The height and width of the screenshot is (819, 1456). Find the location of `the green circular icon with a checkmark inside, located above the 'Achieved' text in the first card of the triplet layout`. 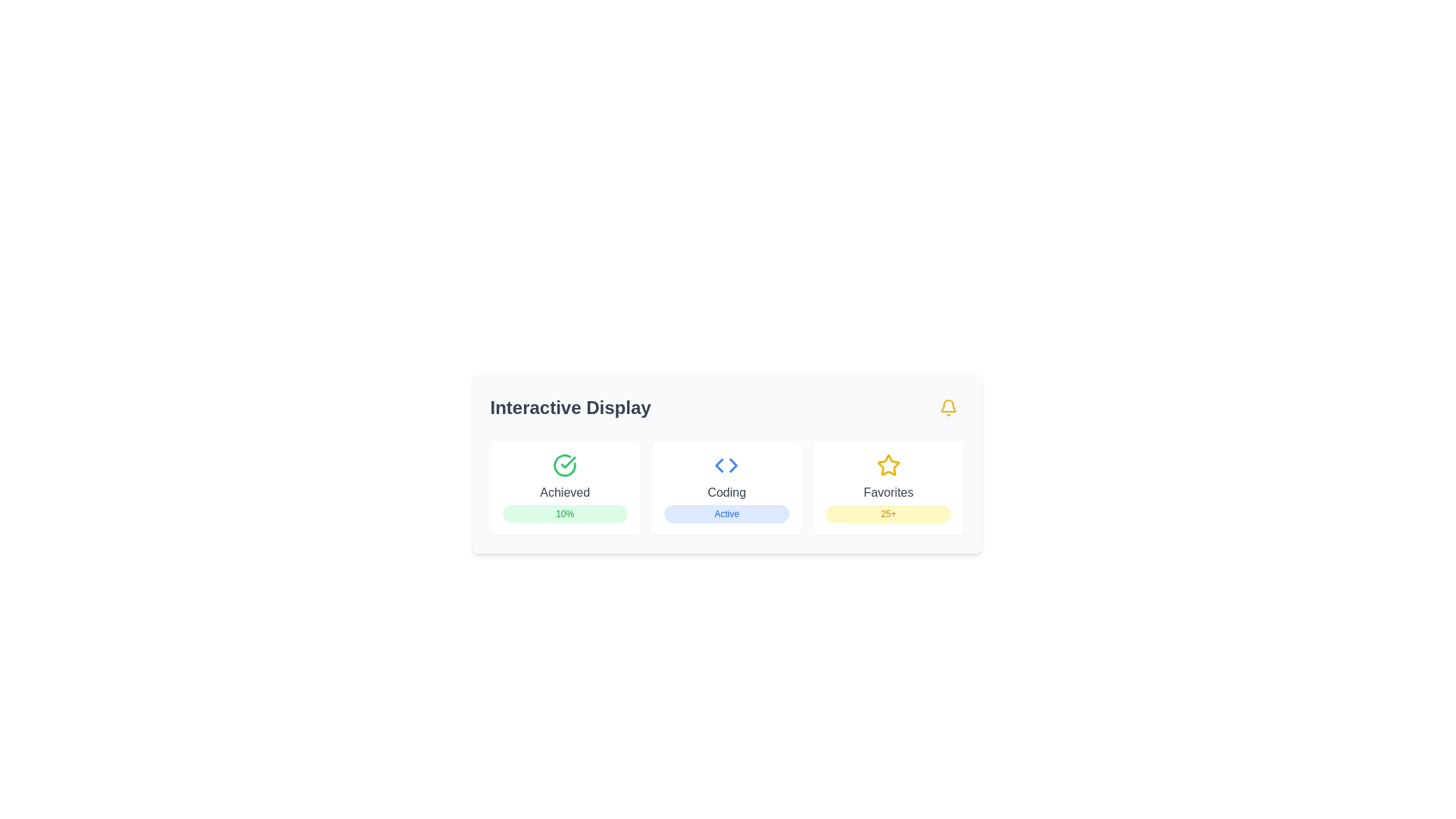

the green circular icon with a checkmark inside, located above the 'Achieved' text in the first card of the triplet layout is located at coordinates (564, 464).